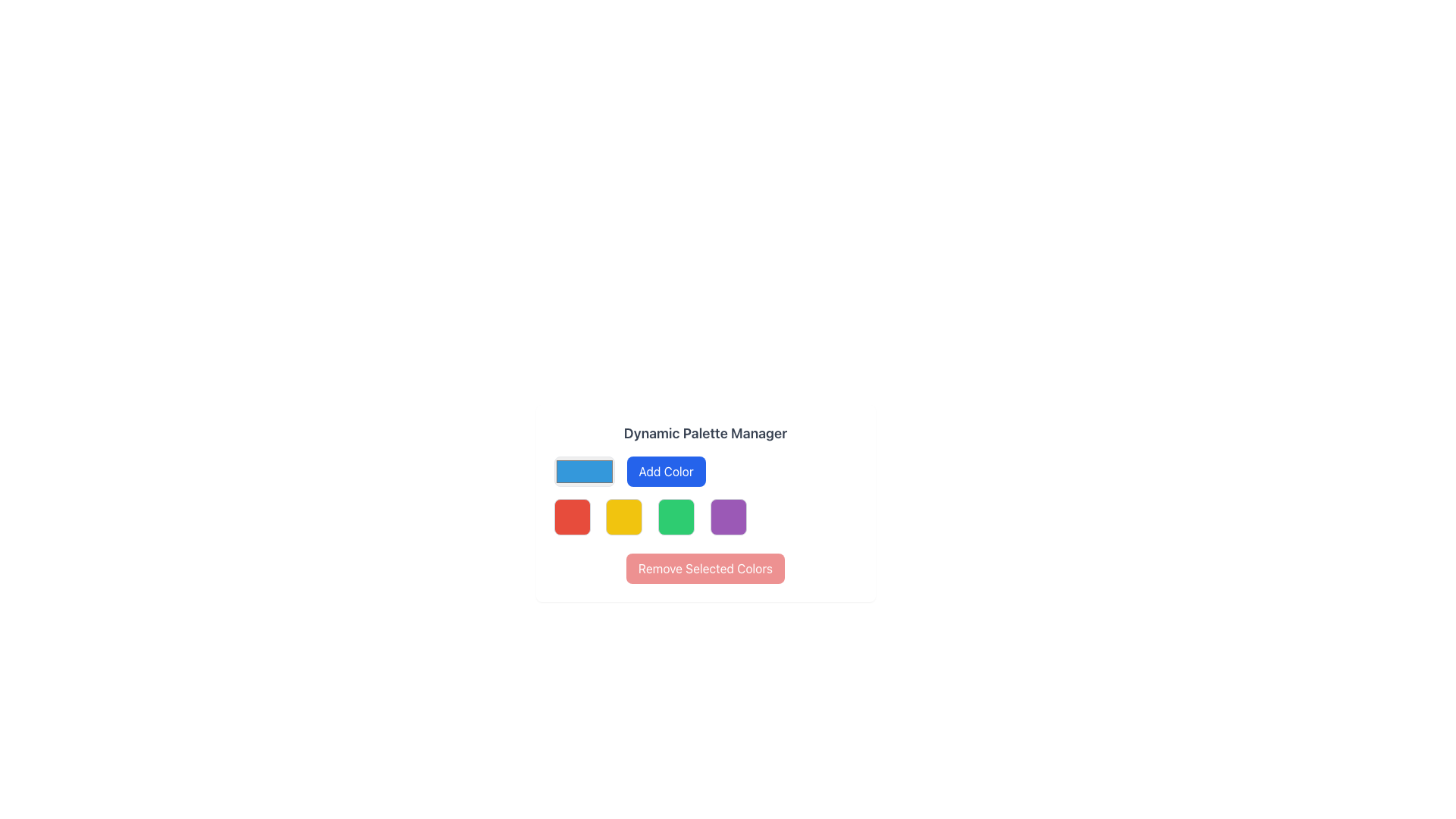 This screenshot has width=1456, height=819. Describe the element at coordinates (675, 516) in the screenshot. I see `the vibrant green colored box with rounded corners, located in the third position of a horizontal grid of four boxes` at that location.